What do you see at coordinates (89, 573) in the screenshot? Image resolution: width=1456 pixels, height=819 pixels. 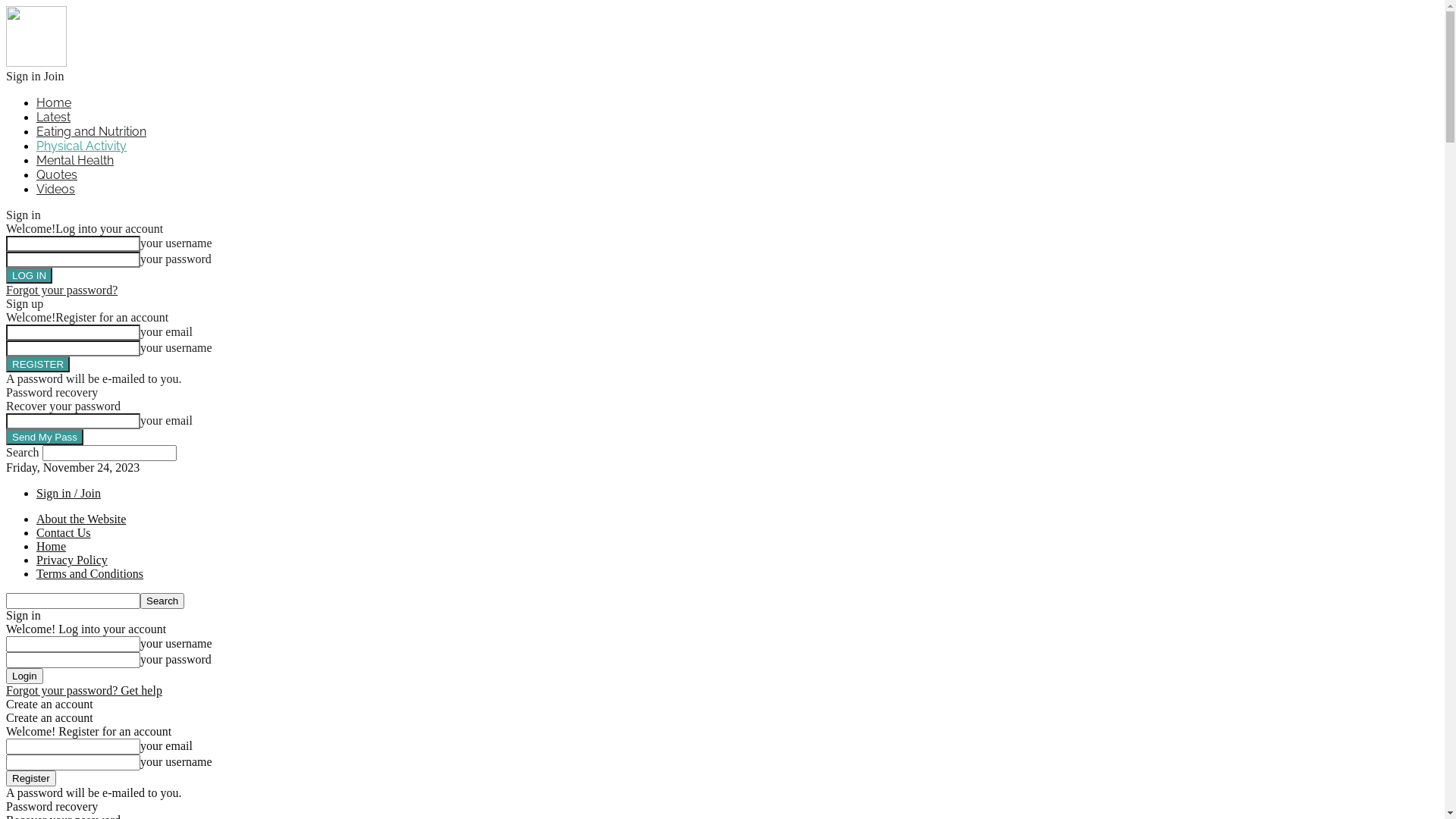 I see `'Terms and Conditions'` at bounding box center [89, 573].